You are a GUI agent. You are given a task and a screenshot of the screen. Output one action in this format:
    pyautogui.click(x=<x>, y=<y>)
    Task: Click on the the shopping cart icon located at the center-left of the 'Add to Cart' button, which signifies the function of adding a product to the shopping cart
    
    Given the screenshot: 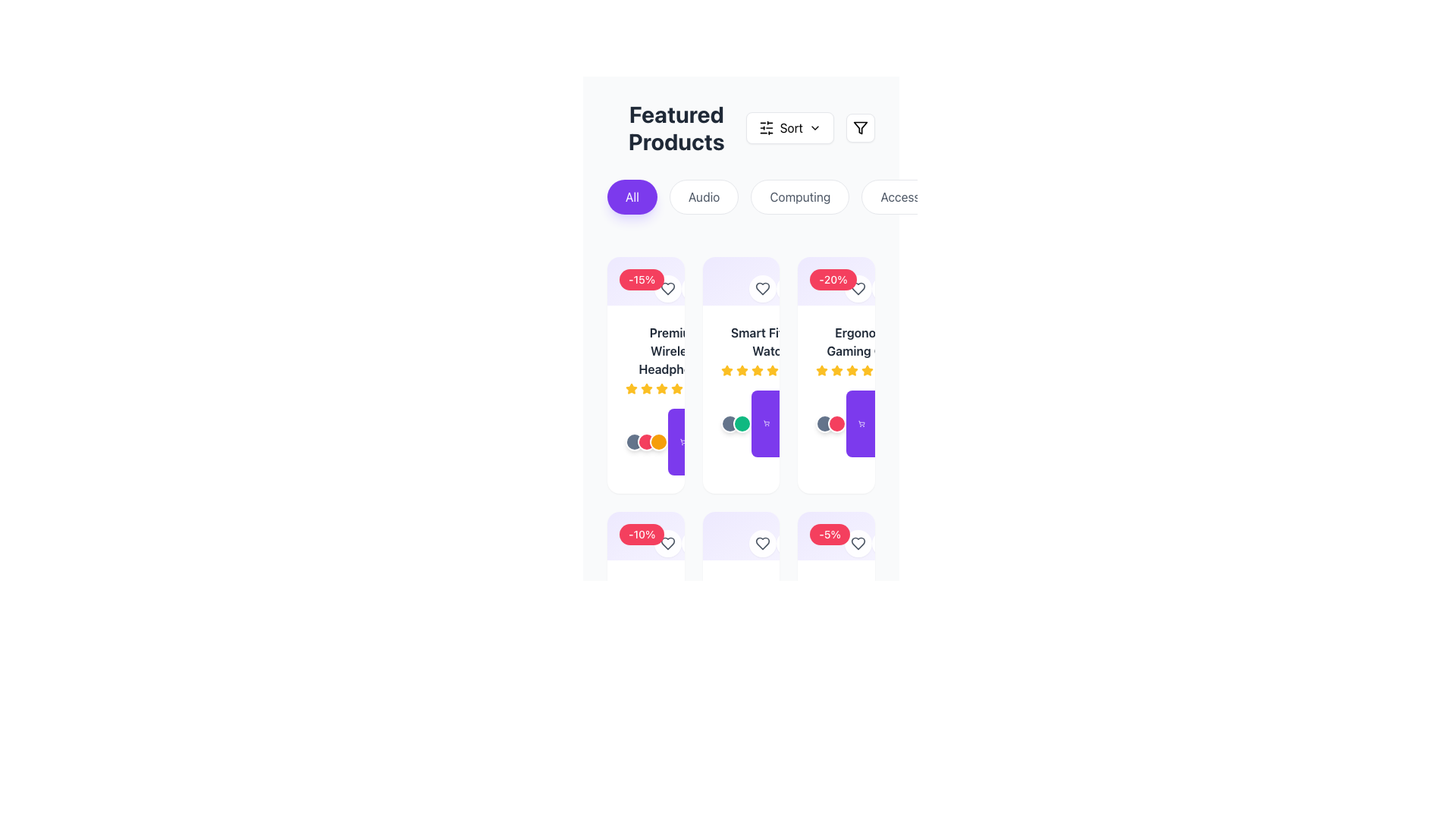 What is the action you would take?
    pyautogui.click(x=861, y=424)
    